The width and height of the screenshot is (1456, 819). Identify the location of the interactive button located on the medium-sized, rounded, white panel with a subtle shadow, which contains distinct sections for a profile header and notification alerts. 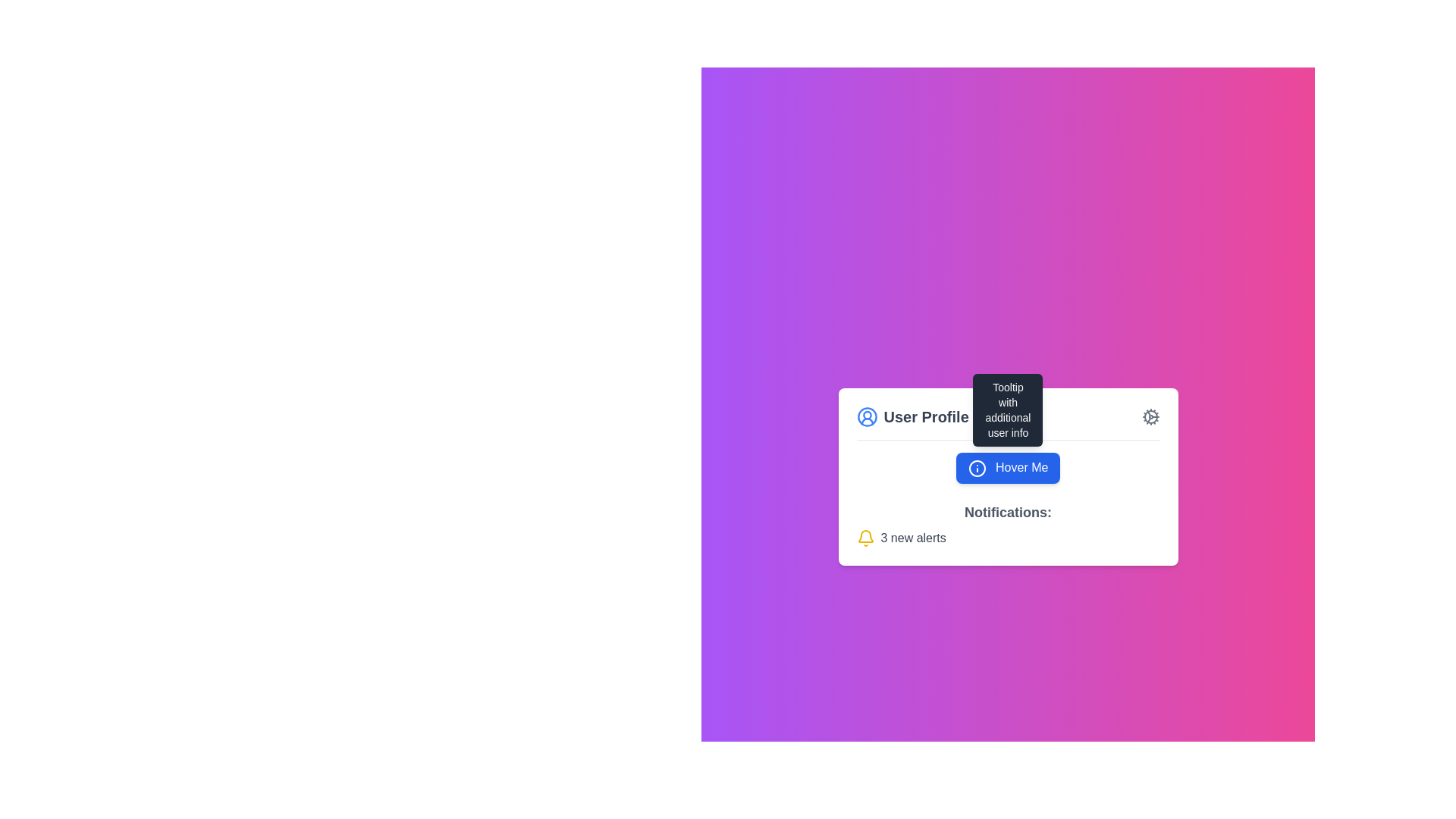
(1008, 475).